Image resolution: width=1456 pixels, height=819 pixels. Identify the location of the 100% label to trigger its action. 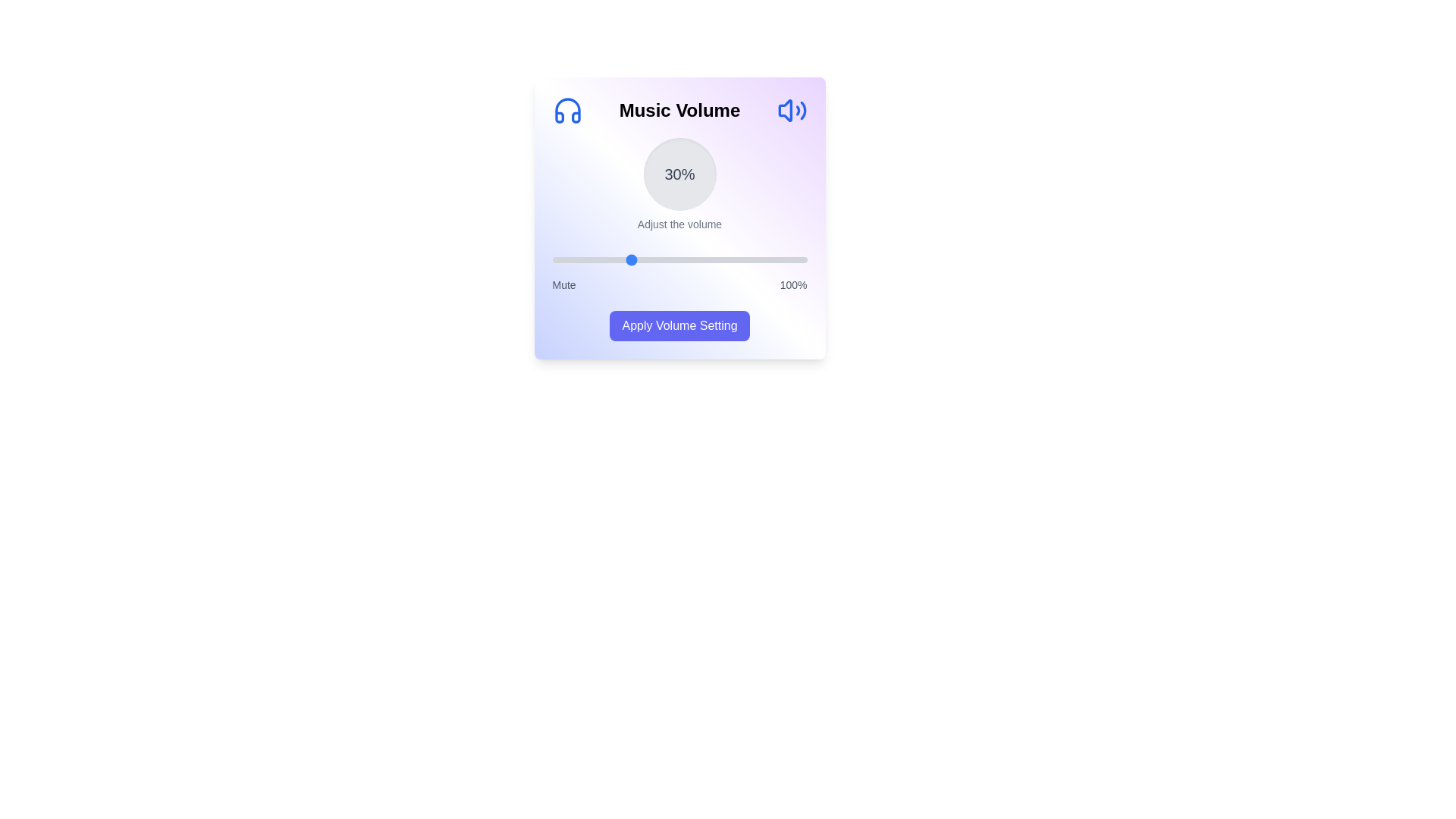
(792, 284).